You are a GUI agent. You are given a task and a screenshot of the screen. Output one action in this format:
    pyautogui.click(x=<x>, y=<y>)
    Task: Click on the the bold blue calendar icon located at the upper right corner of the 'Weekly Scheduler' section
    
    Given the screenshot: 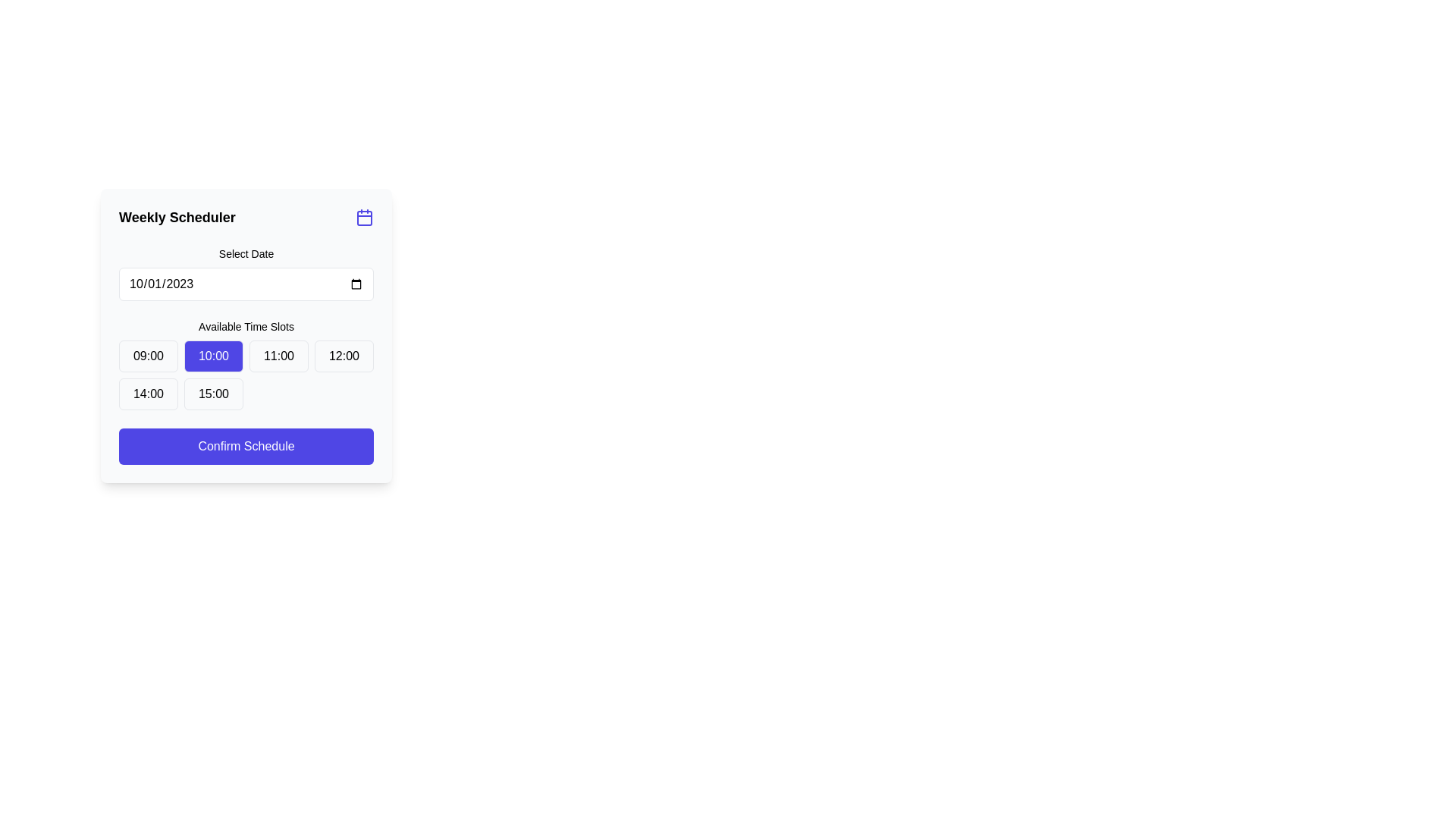 What is the action you would take?
    pyautogui.click(x=364, y=217)
    